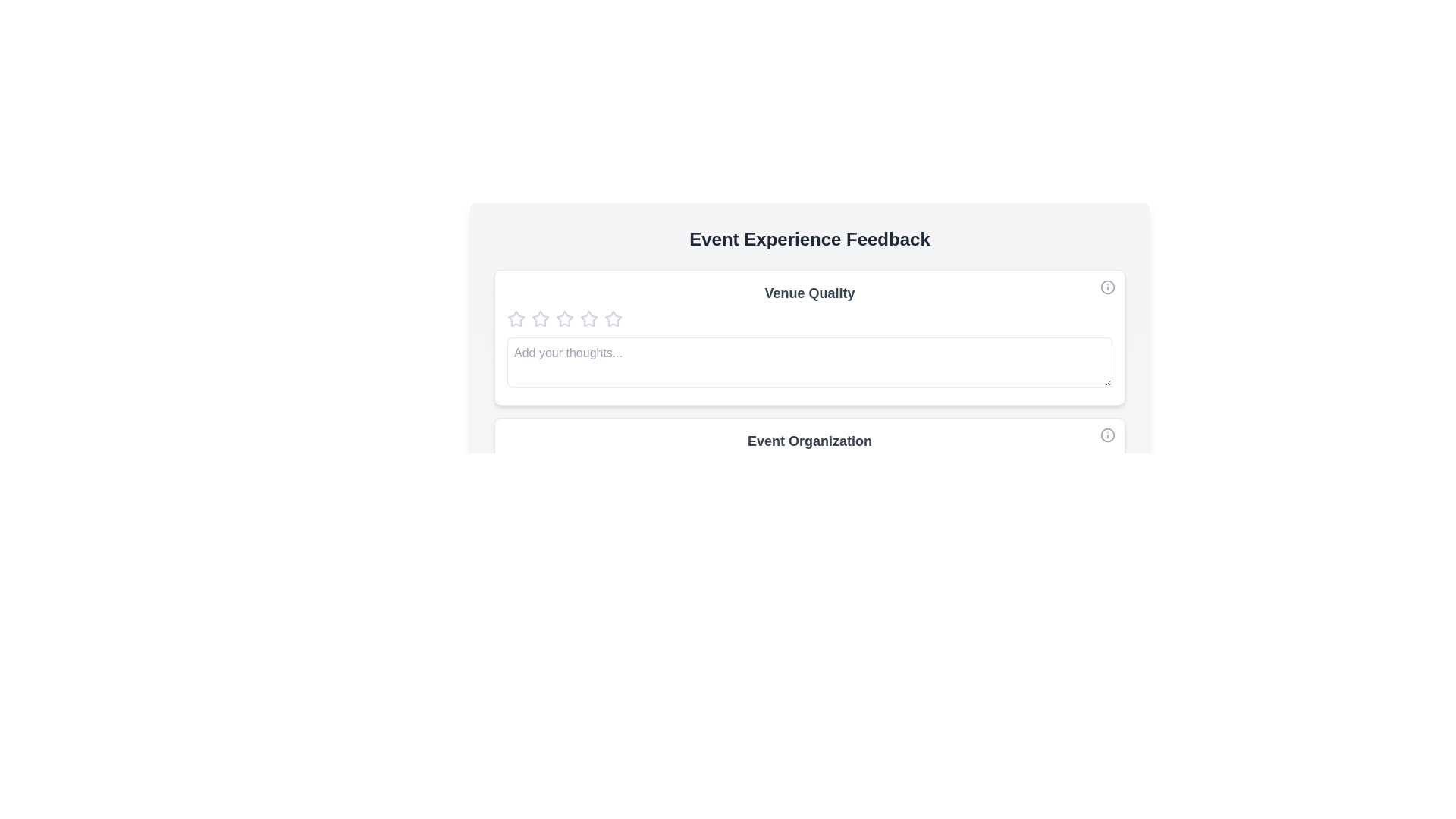  What do you see at coordinates (588, 318) in the screenshot?
I see `the fourth star-shaped rating icon` at bounding box center [588, 318].